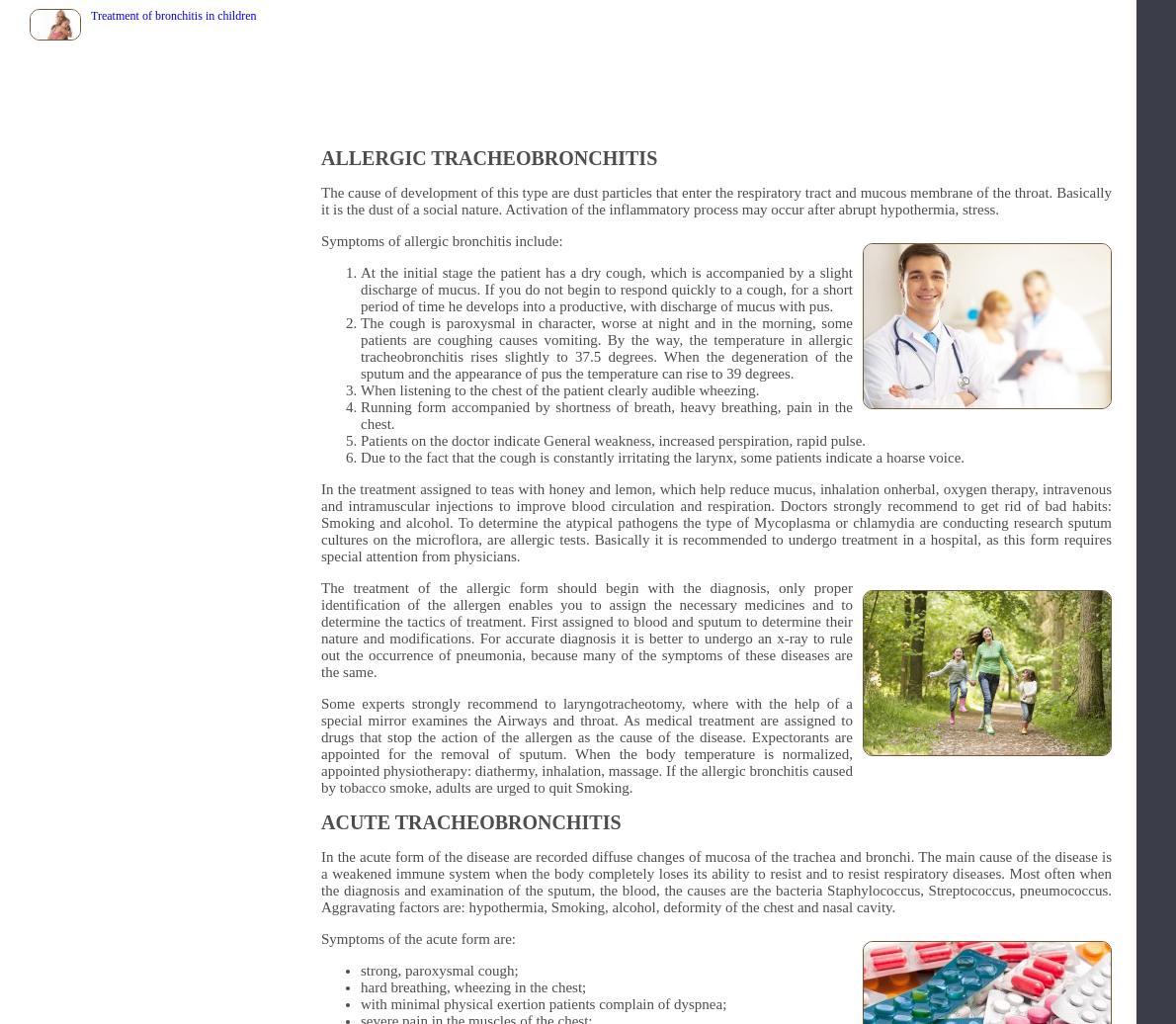  I want to click on 'In the acute form of the disease are recorded diffuse changes of mucosa of the trachea and bronchi. The main cause of the disease is a weakened immune system when the body completely loses its ability to resist and to resist respiratory diseases. Most often when the diagnosis and examination of the sputum, the blood, the causes are the bacteria Staphylococcus, Streptococcus, pneumococcus. Aggravating factors are: hypothermia, Smoking, alcohol, deformity of the chest and nasal cavity.', so click(715, 881).